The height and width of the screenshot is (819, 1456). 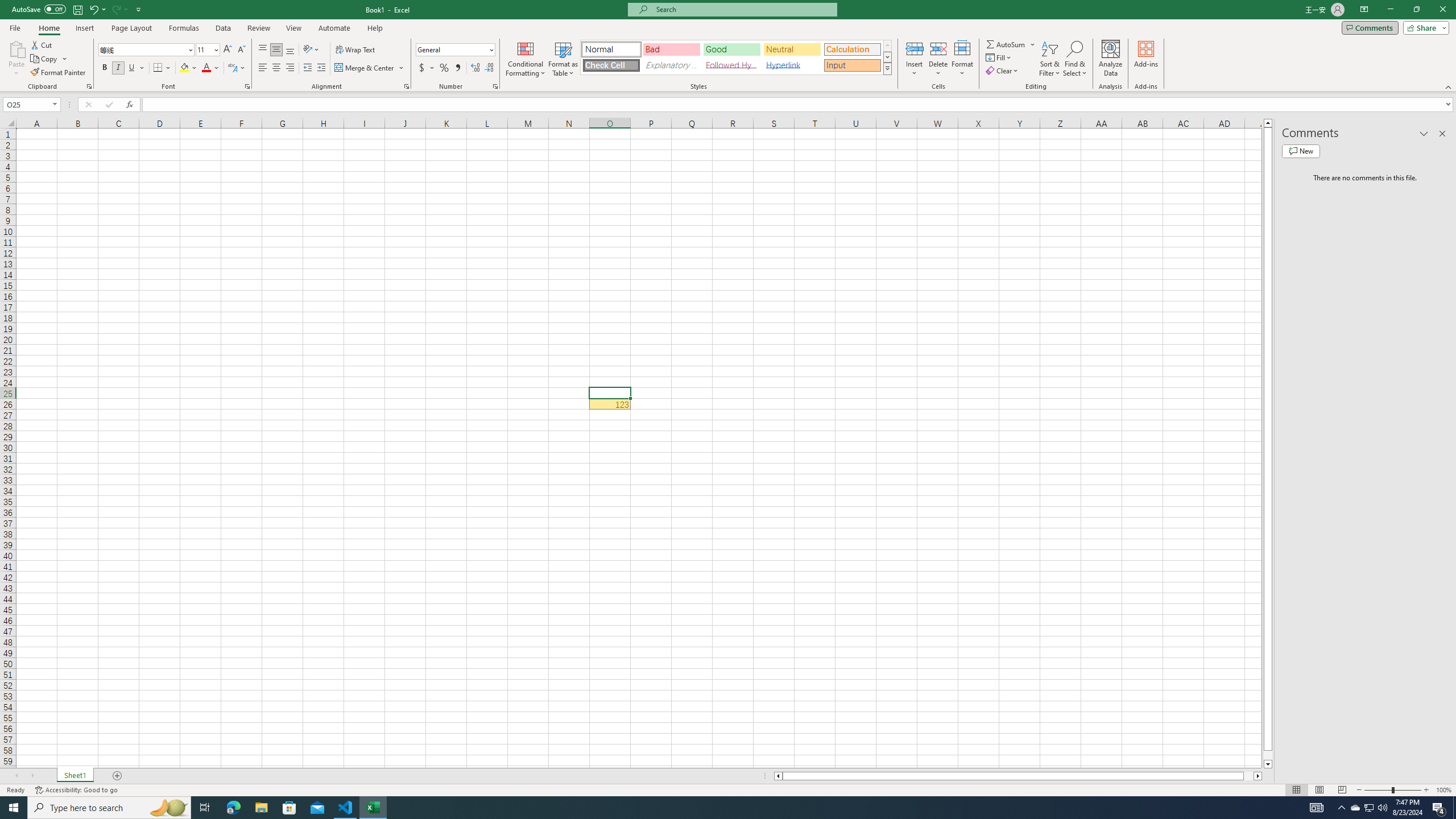 What do you see at coordinates (162, 67) in the screenshot?
I see `'Borders'` at bounding box center [162, 67].